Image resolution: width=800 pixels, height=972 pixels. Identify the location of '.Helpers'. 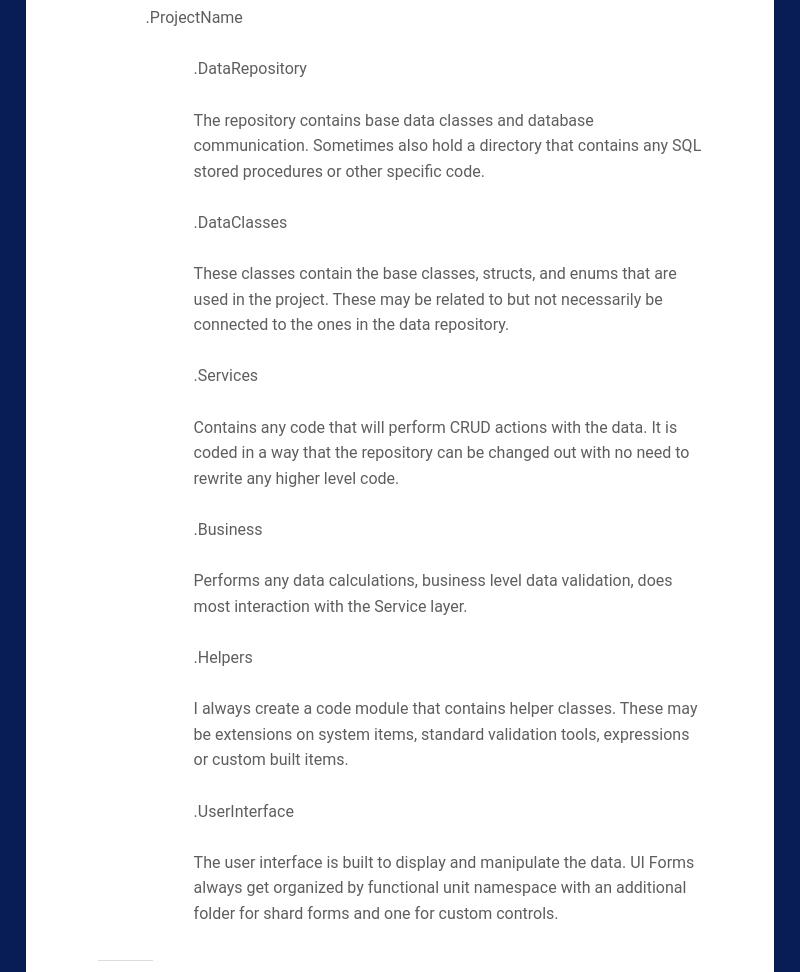
(222, 656).